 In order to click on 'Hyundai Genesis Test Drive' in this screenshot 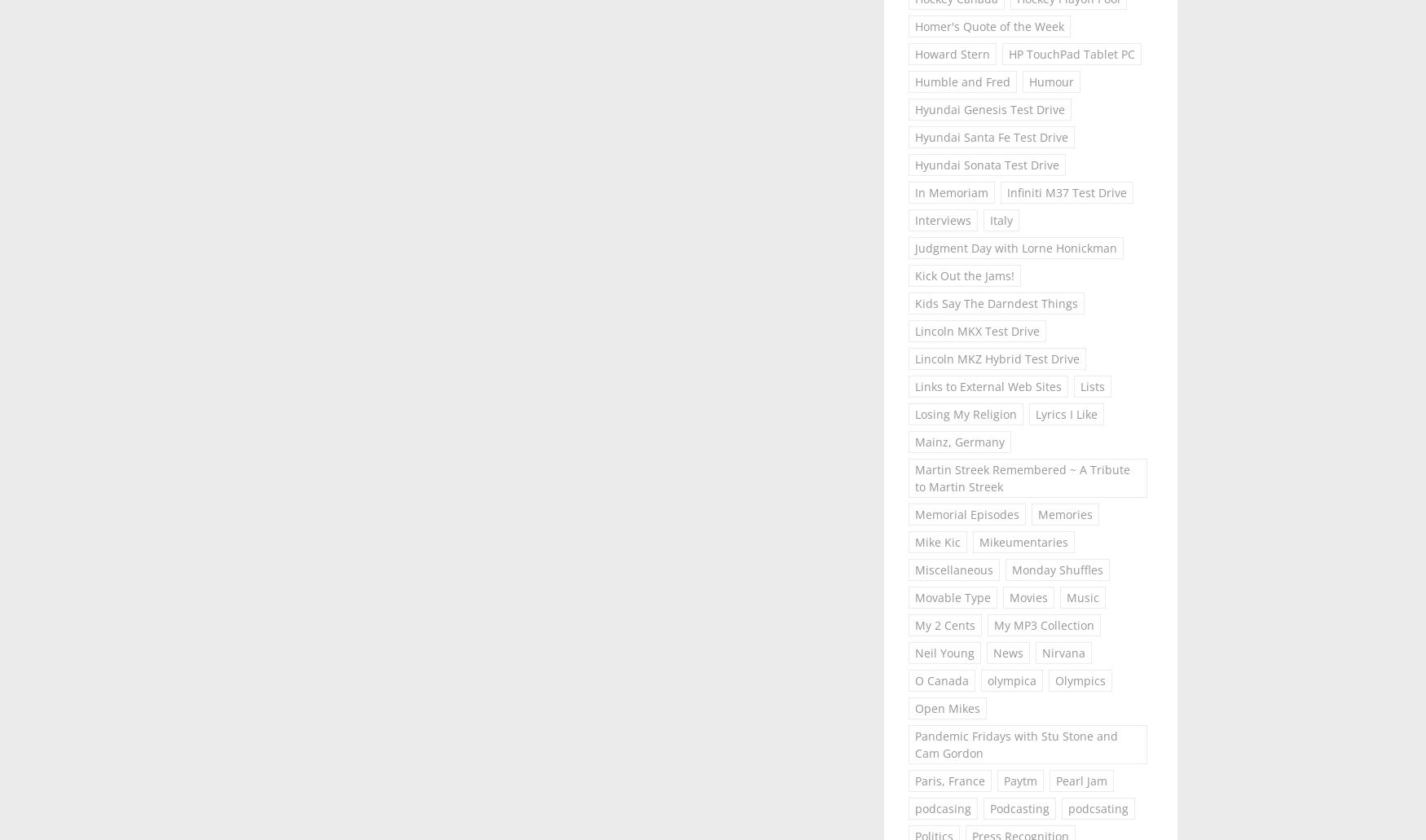, I will do `click(990, 108)`.